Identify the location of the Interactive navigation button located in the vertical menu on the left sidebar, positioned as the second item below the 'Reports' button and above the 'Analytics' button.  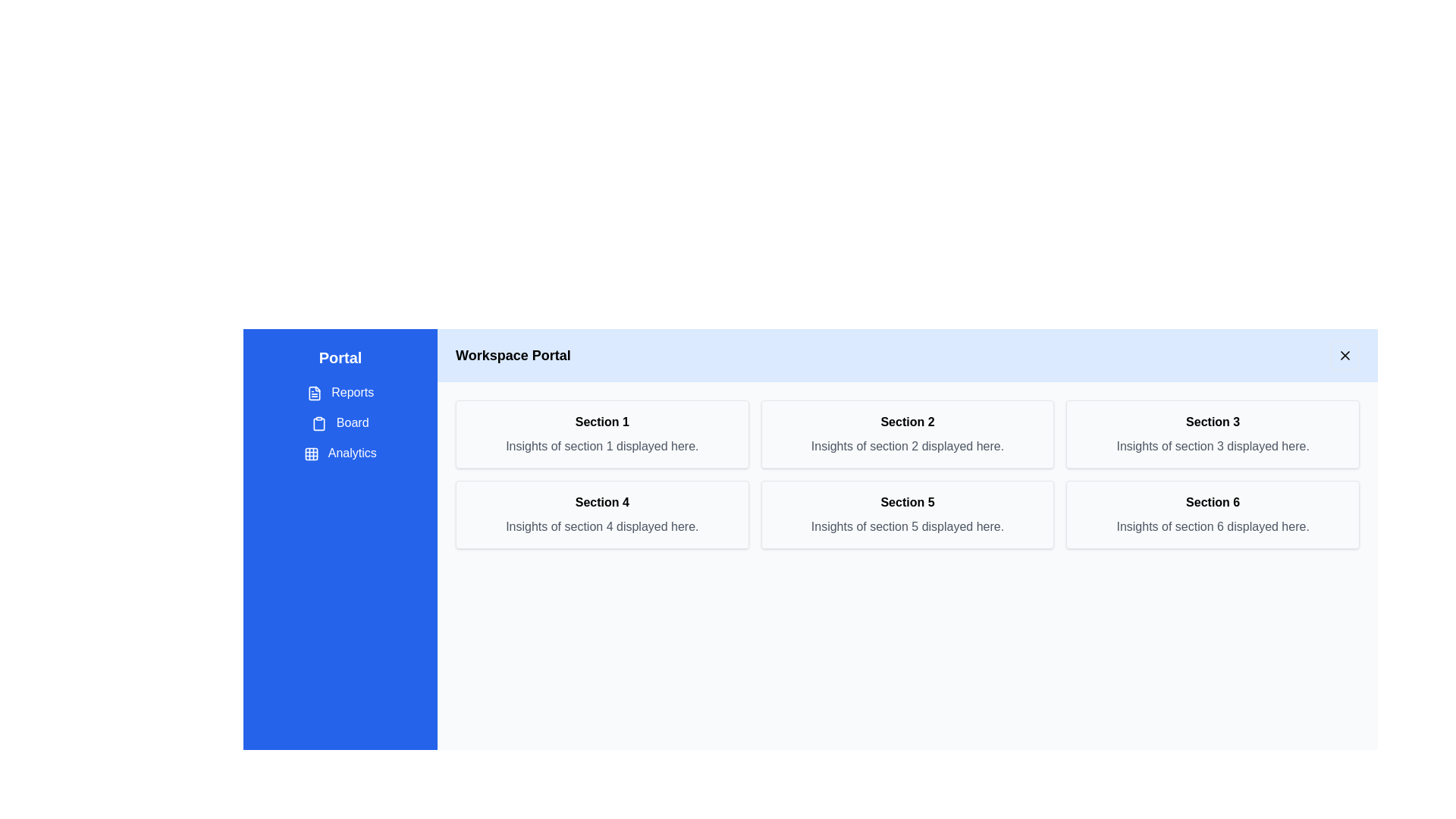
(340, 423).